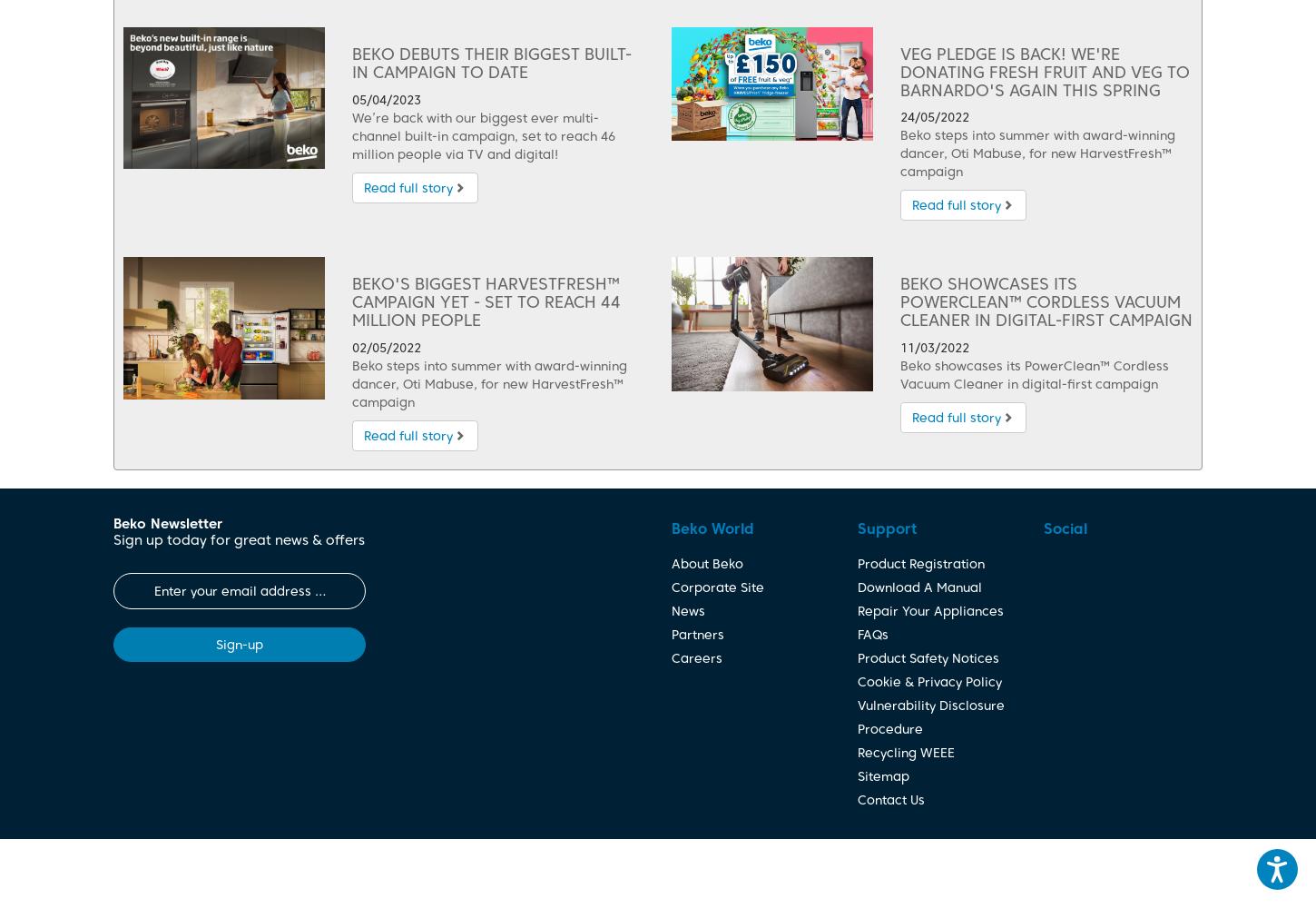  Describe the element at coordinates (856, 705) in the screenshot. I see `'Vulnerability Disclosure'` at that location.